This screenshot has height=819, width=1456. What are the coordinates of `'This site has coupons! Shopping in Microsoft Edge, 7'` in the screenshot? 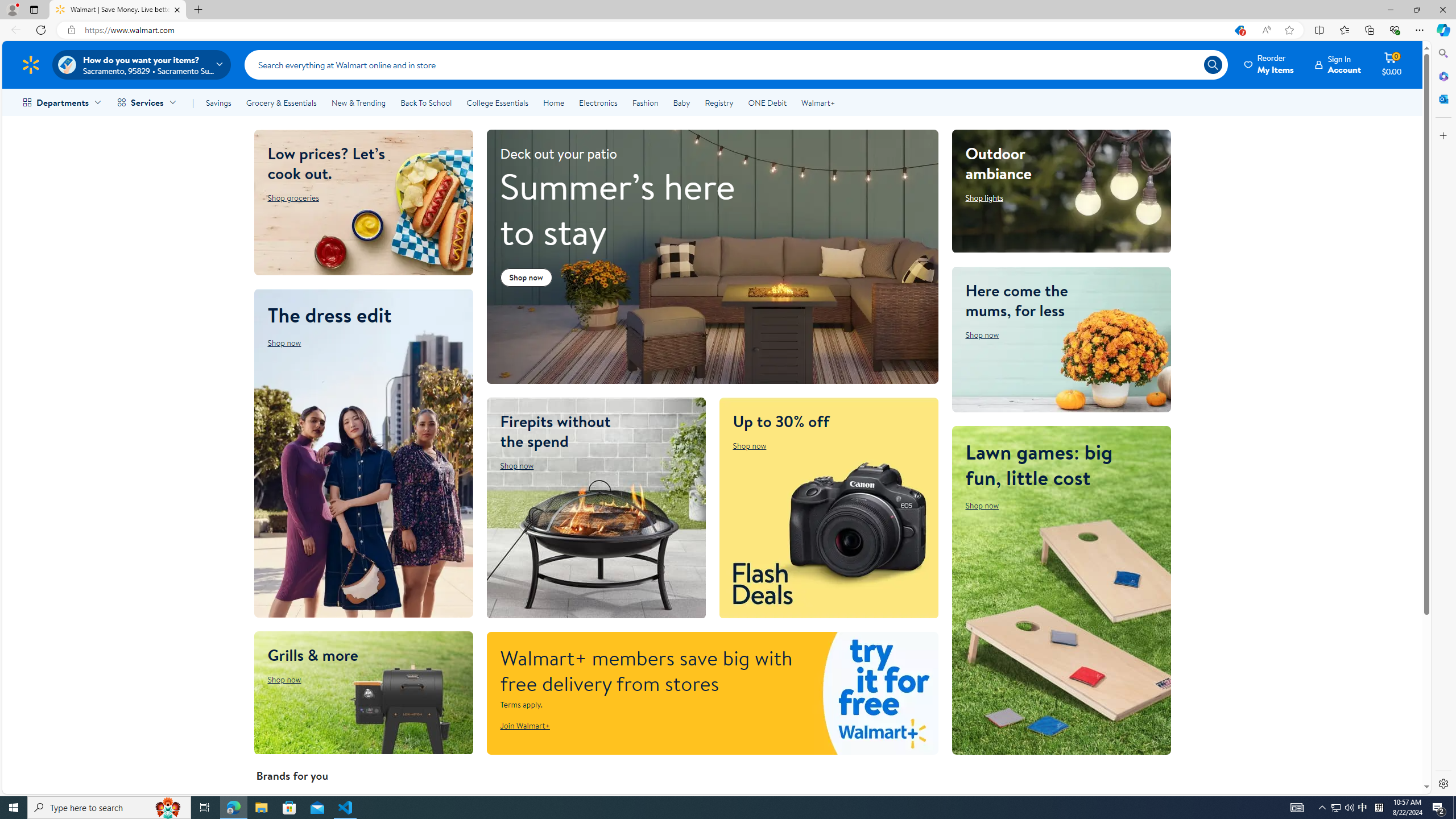 It's located at (1238, 30).